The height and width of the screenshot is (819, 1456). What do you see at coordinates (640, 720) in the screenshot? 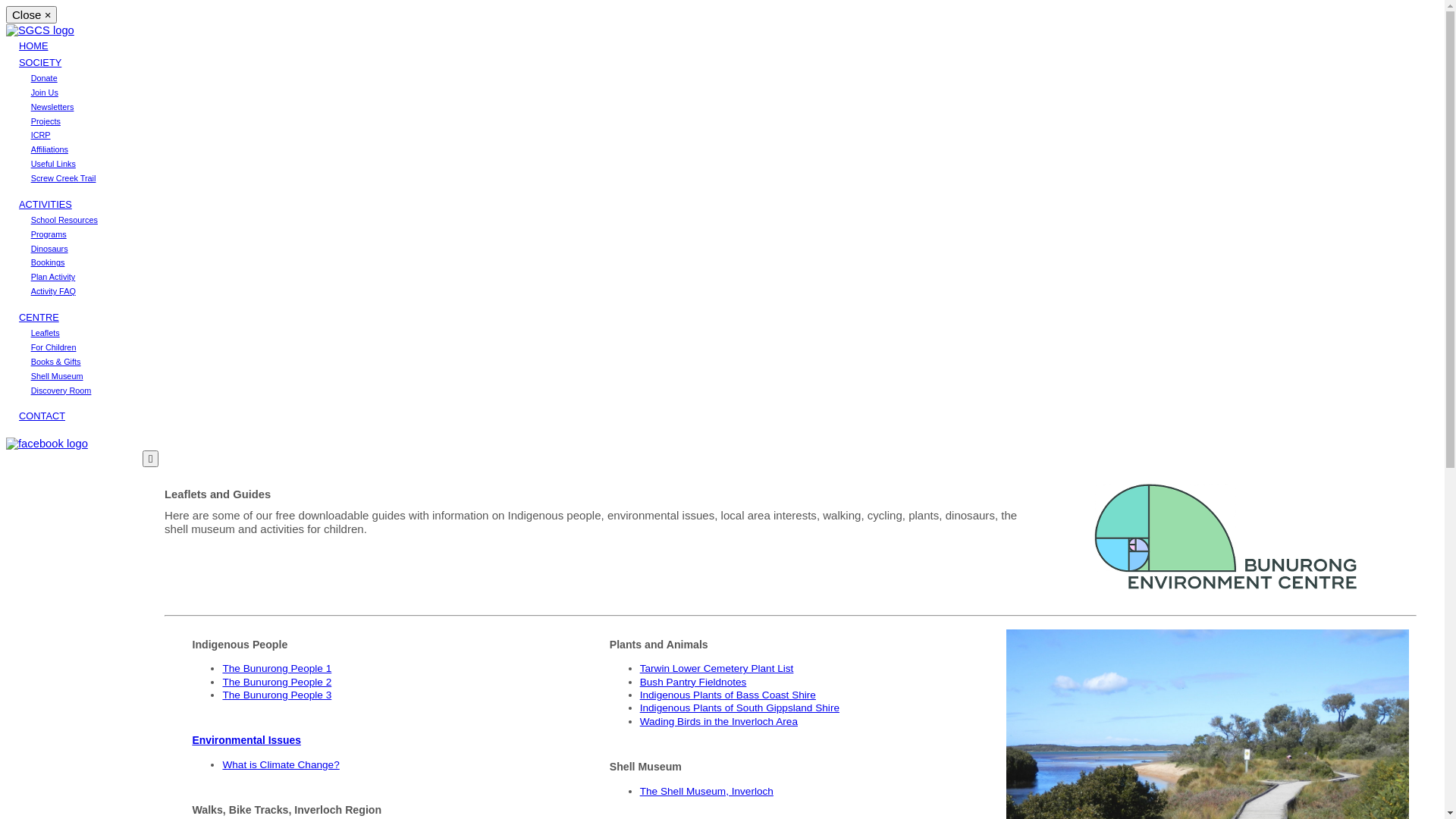
I see `'Wading Birds in the Inverloch Area'` at bounding box center [640, 720].